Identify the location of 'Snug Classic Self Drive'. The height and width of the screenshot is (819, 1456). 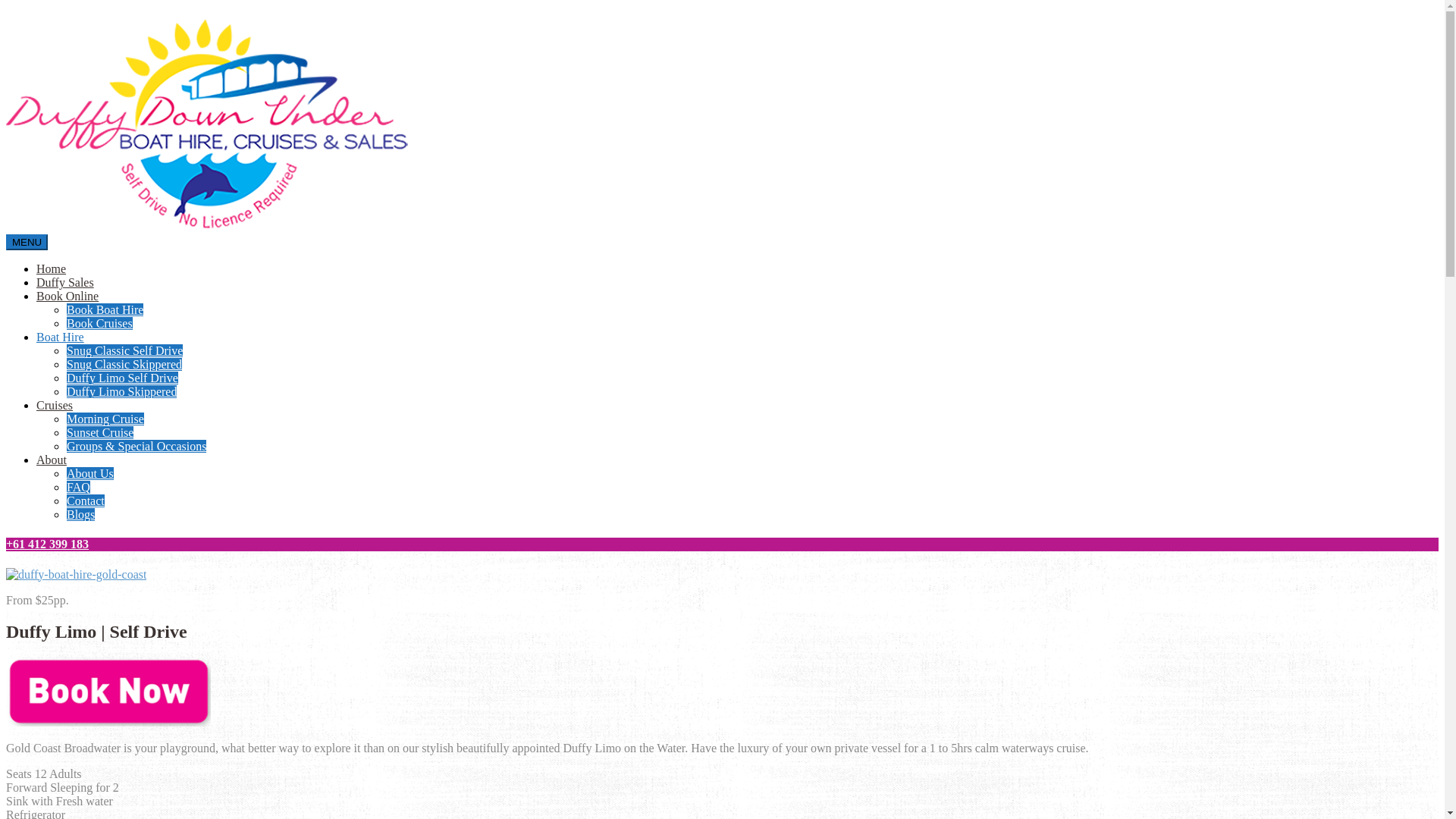
(124, 350).